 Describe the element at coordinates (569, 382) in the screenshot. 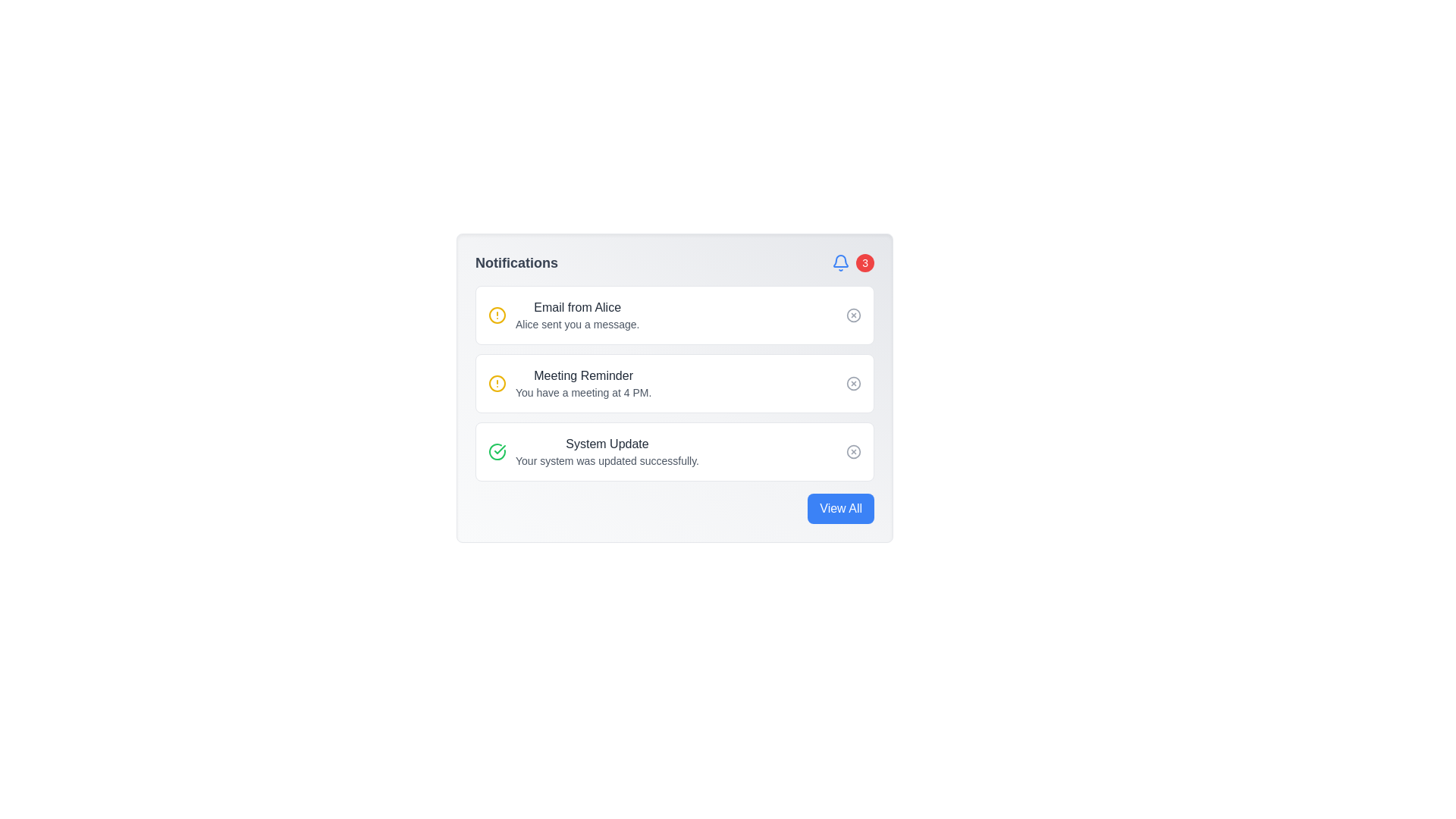

I see `the second notification titled 'Meeting Reminder'` at that location.